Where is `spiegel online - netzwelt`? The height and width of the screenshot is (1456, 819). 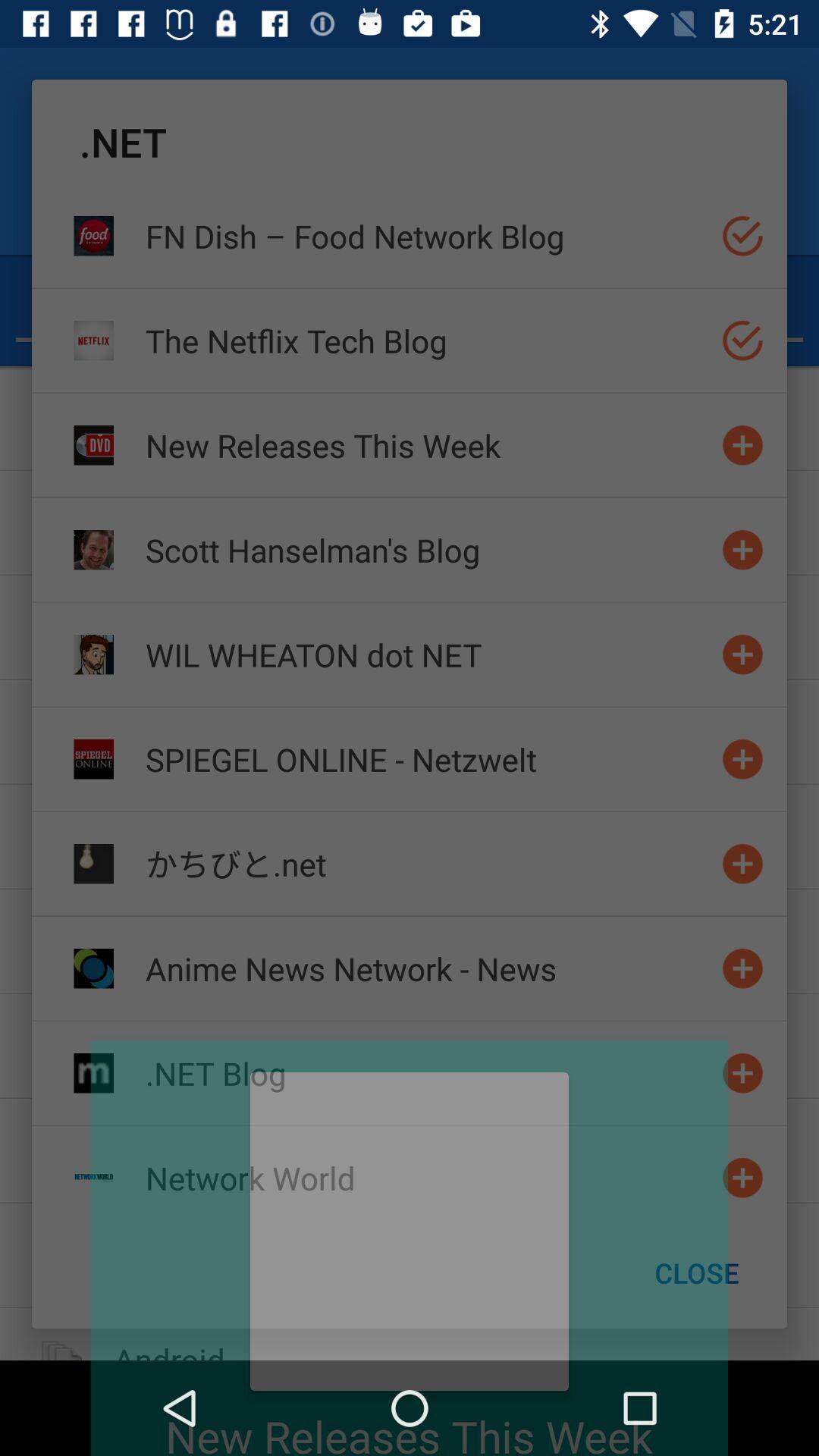
spiegel online - netzwelt is located at coordinates (427, 759).